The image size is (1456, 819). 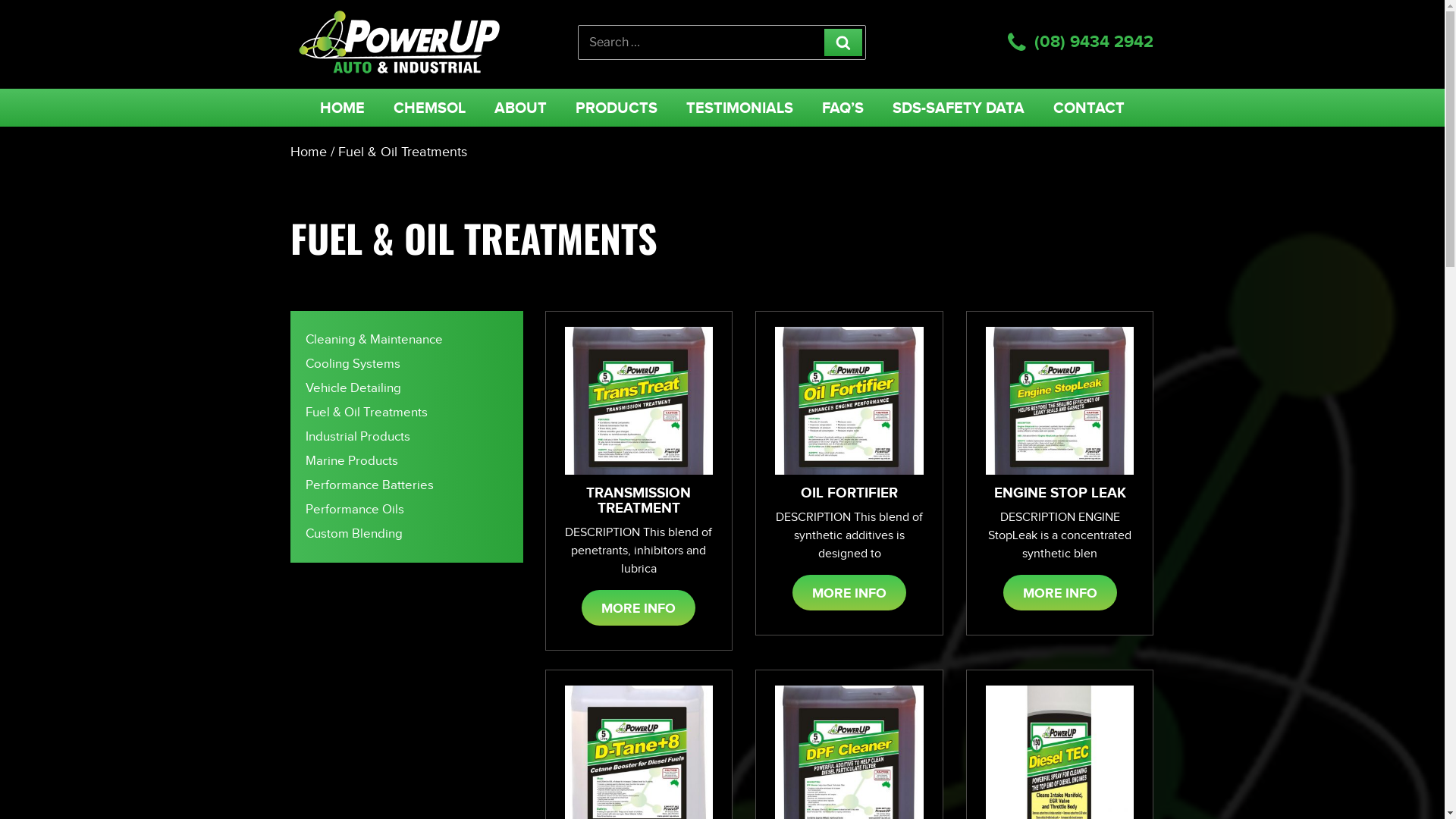 I want to click on 'Performance Oils', so click(x=304, y=509).